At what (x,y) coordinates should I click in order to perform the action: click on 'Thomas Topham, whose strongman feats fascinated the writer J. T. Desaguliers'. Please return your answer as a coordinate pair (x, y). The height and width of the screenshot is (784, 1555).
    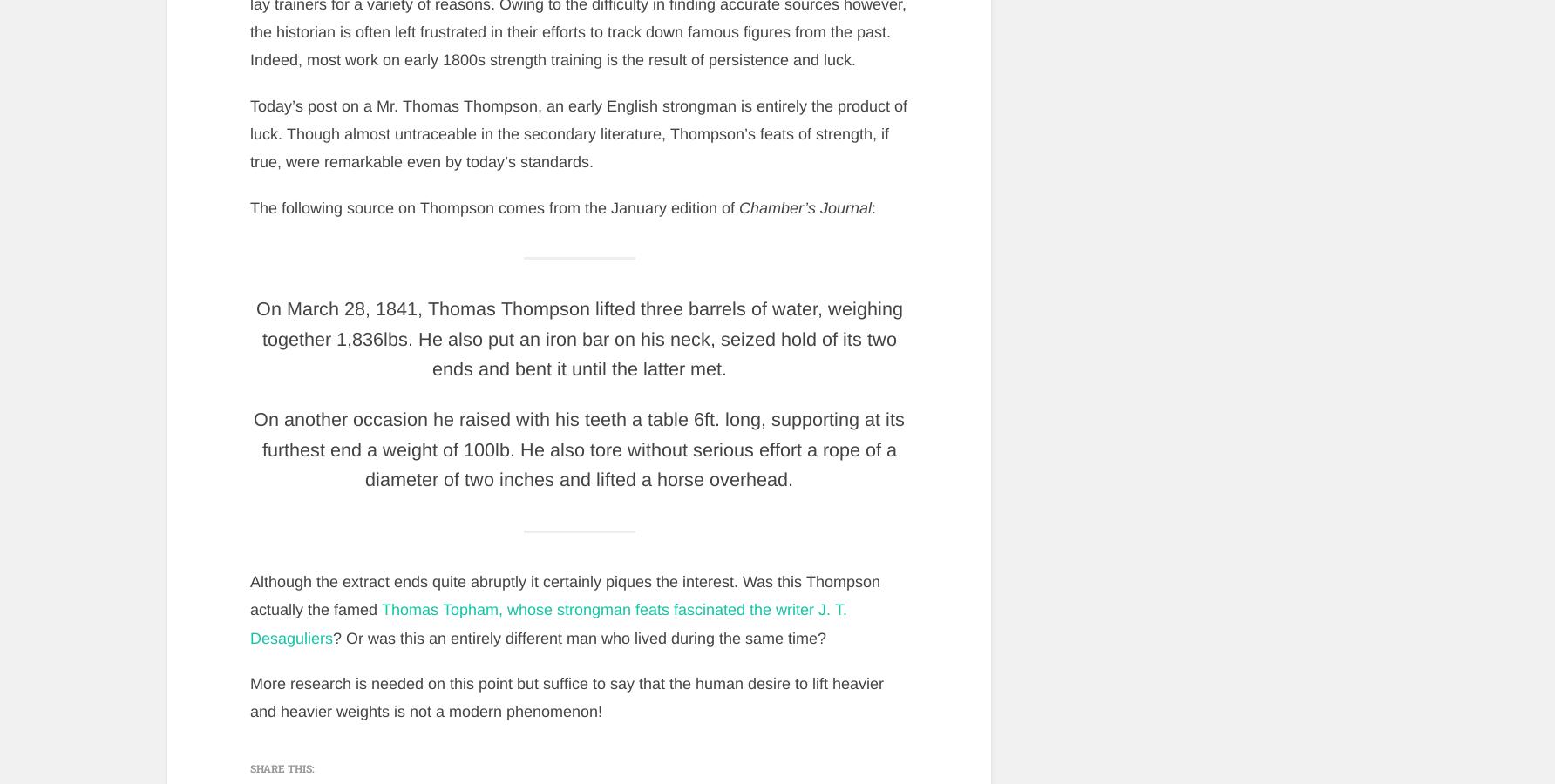
    Looking at the image, I should click on (547, 623).